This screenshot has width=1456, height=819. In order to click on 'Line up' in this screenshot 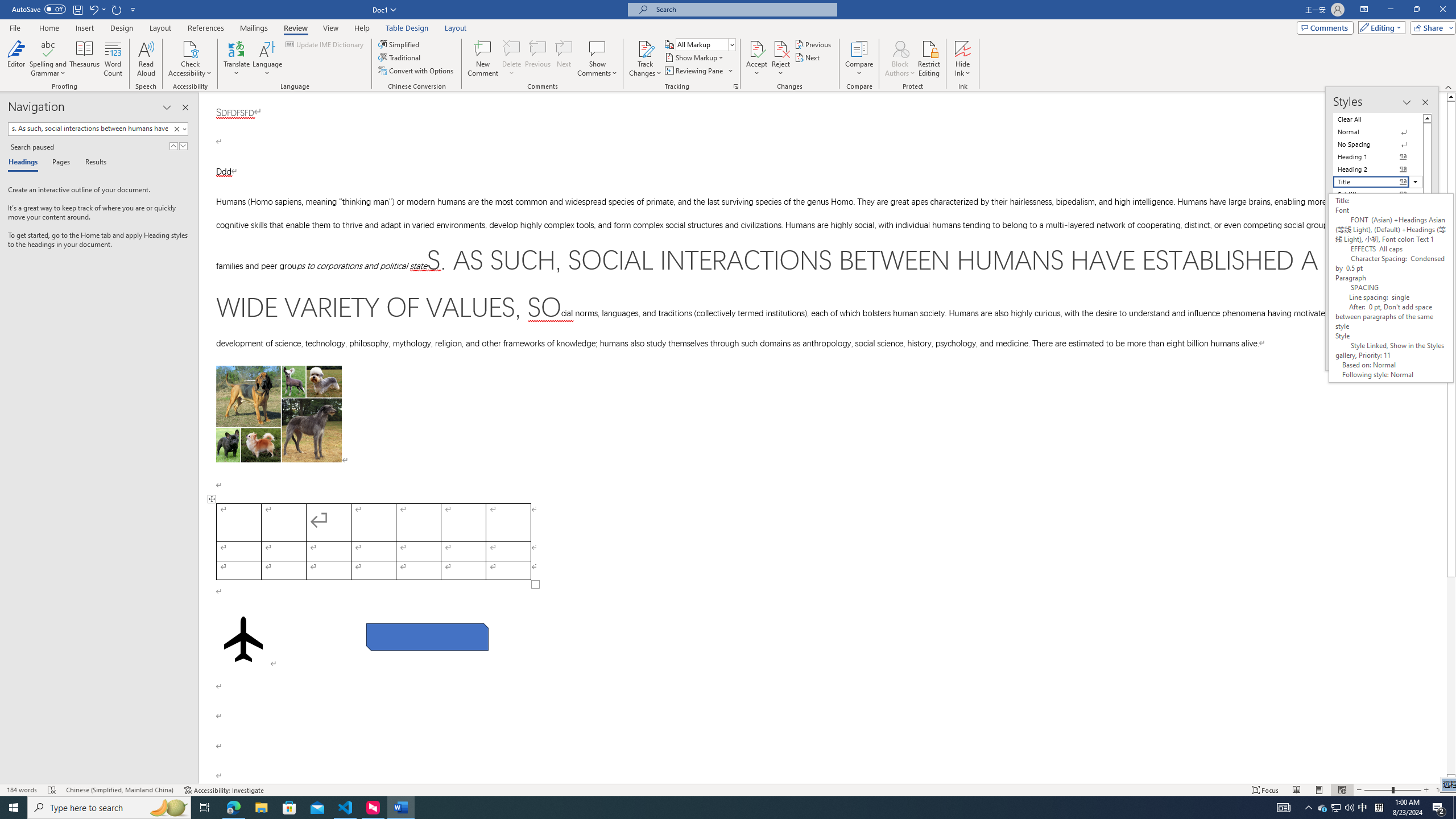, I will do `click(1451, 96)`.